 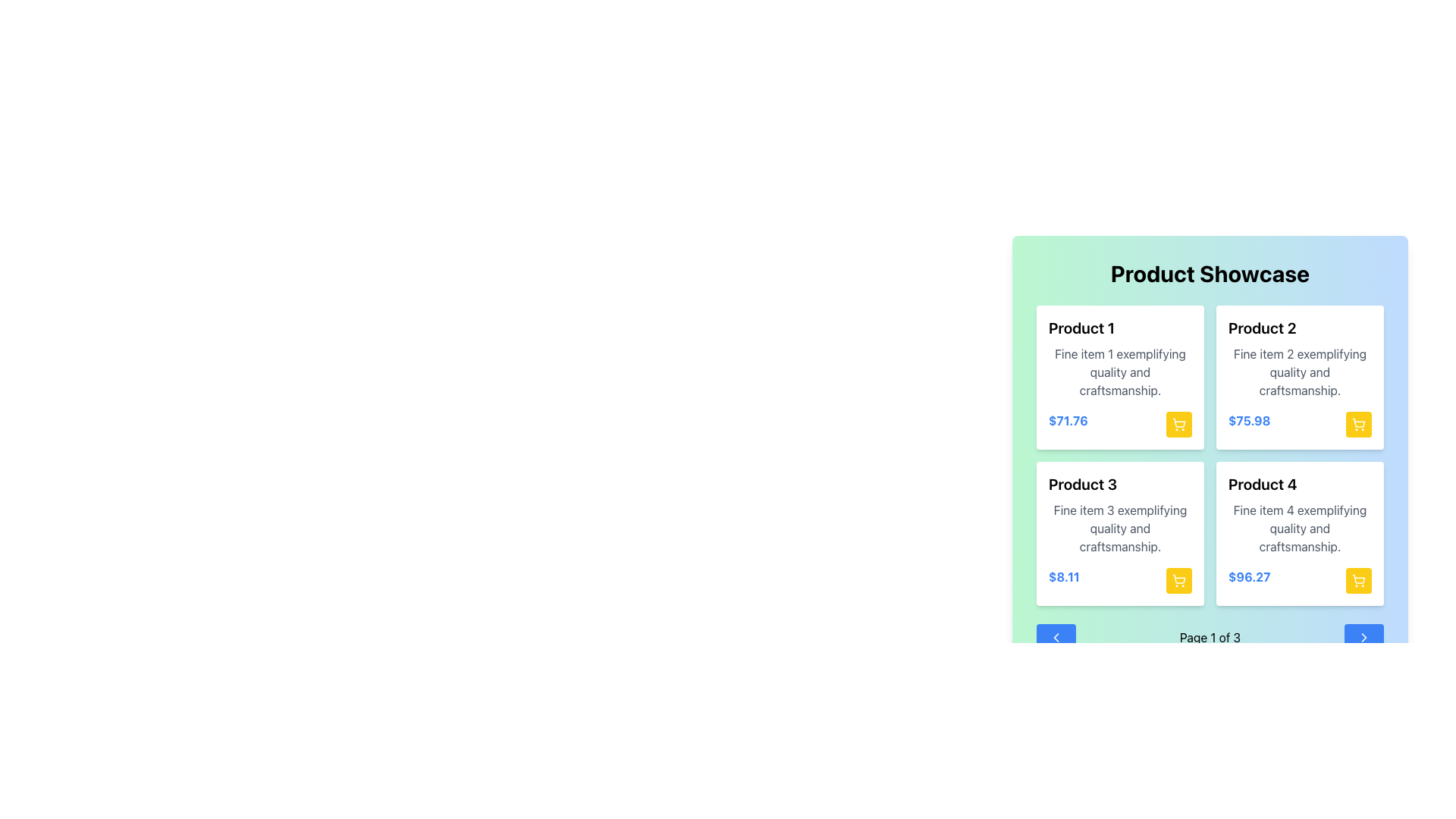 I want to click on the 'Add Product 4' icon located in the bottom right corner of the 'Product 4' section within a button group styled with a yellow background, so click(x=1358, y=580).